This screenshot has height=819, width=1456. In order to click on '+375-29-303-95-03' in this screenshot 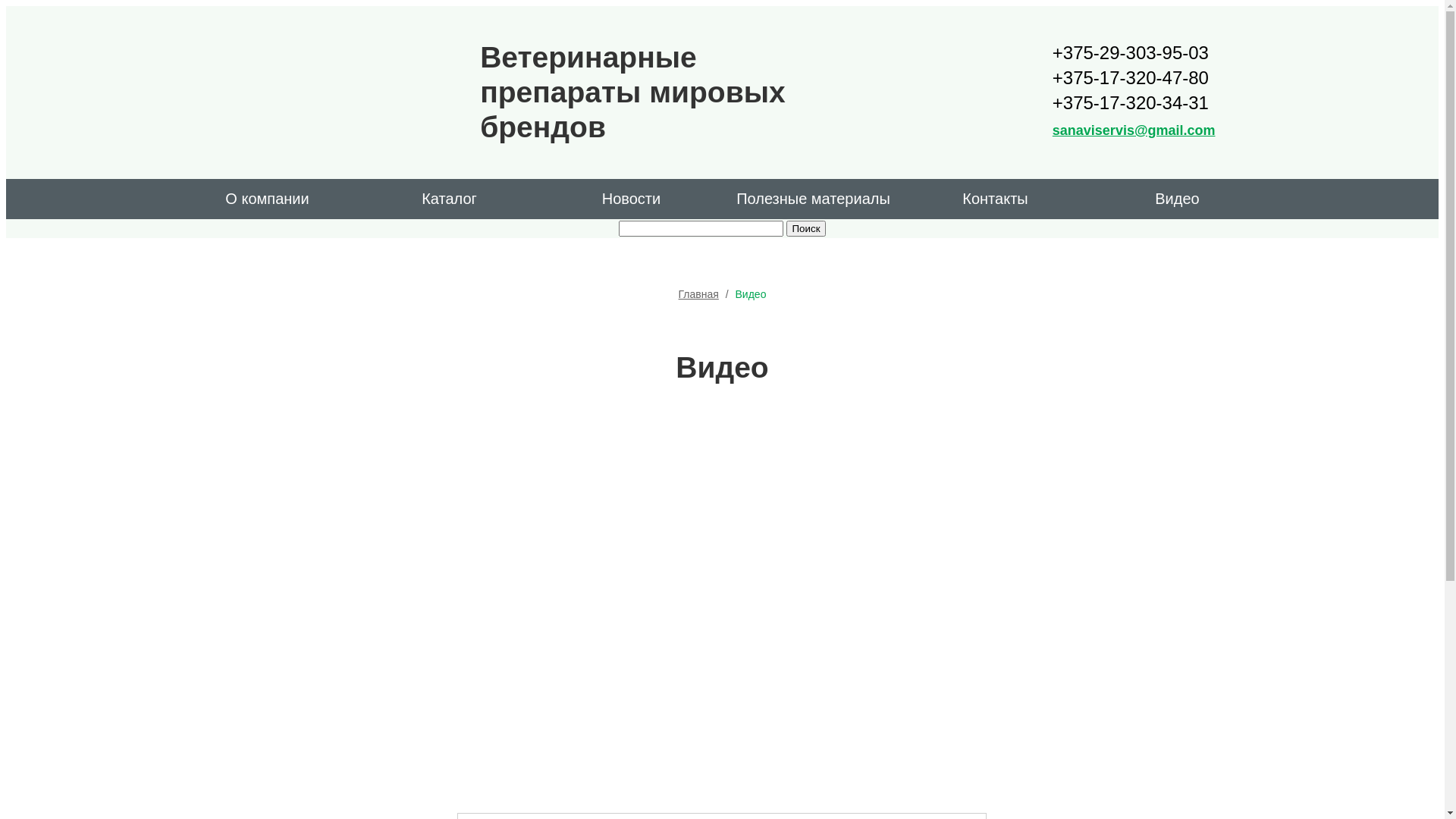, I will do `click(1134, 52)`.